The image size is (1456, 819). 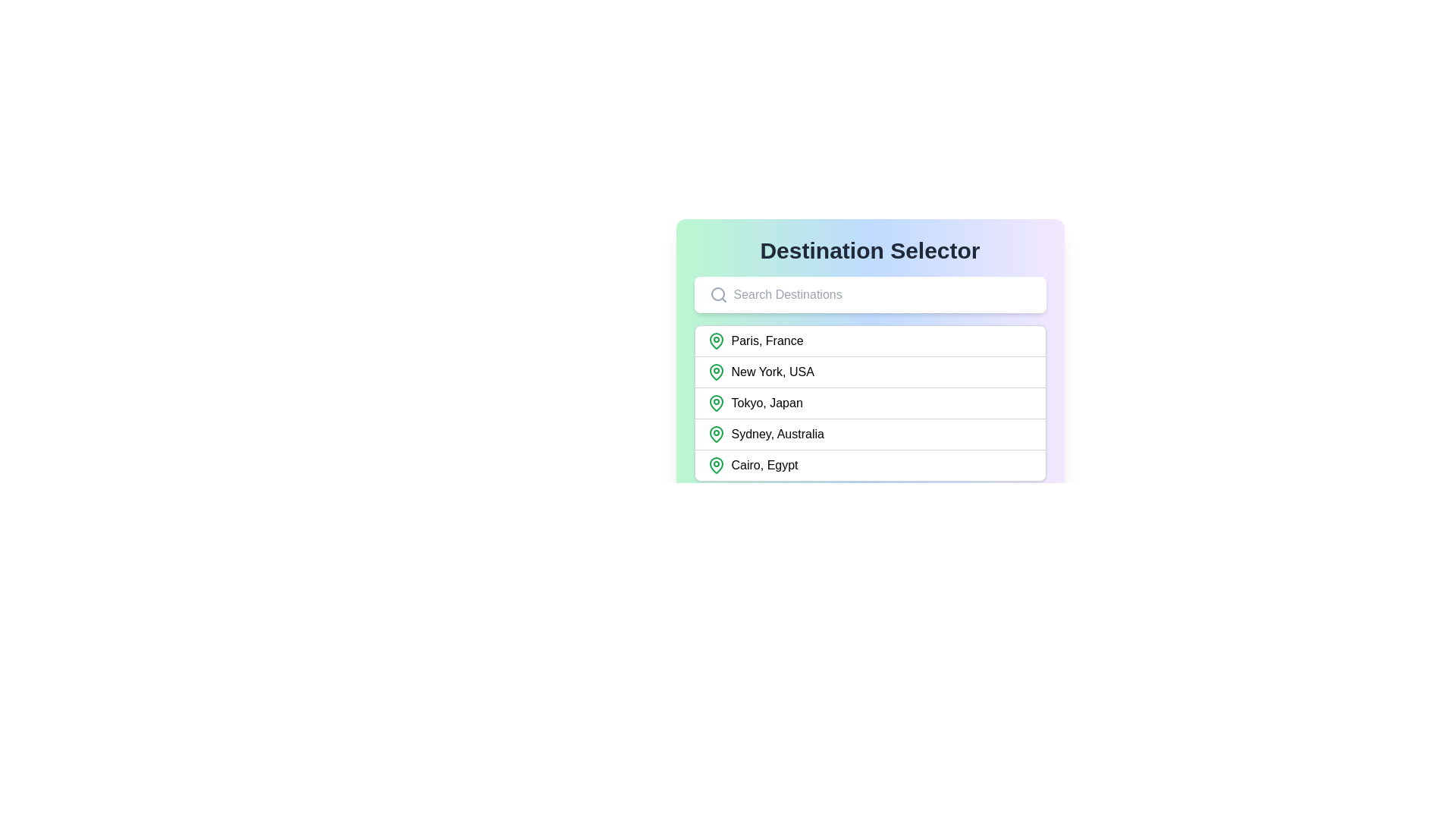 What do you see at coordinates (870, 434) in the screenshot?
I see `the interactive list item for 'Sydney, Australia'` at bounding box center [870, 434].